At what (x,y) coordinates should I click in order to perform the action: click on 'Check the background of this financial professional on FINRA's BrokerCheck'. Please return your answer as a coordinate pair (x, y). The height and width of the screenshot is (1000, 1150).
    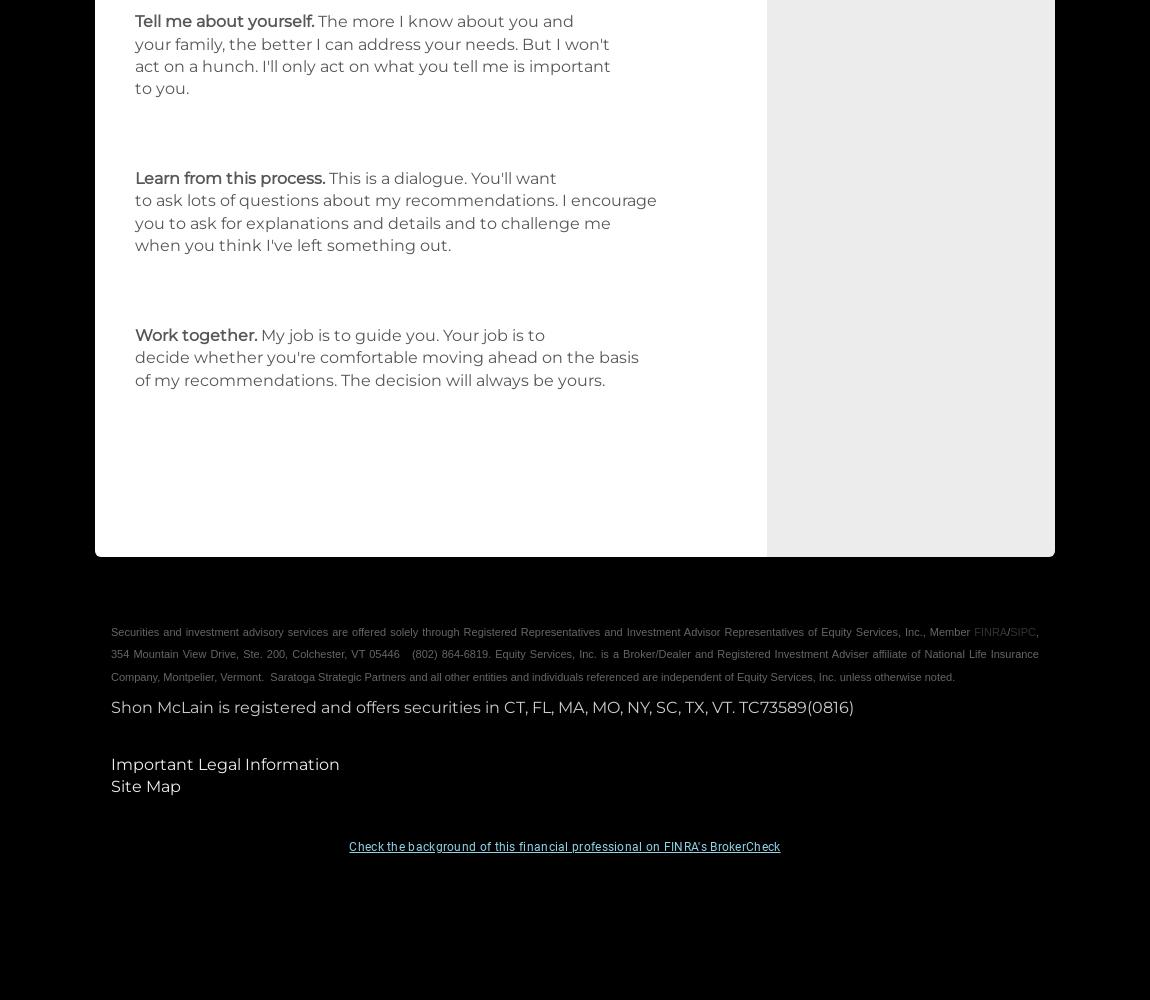
    Looking at the image, I should click on (564, 845).